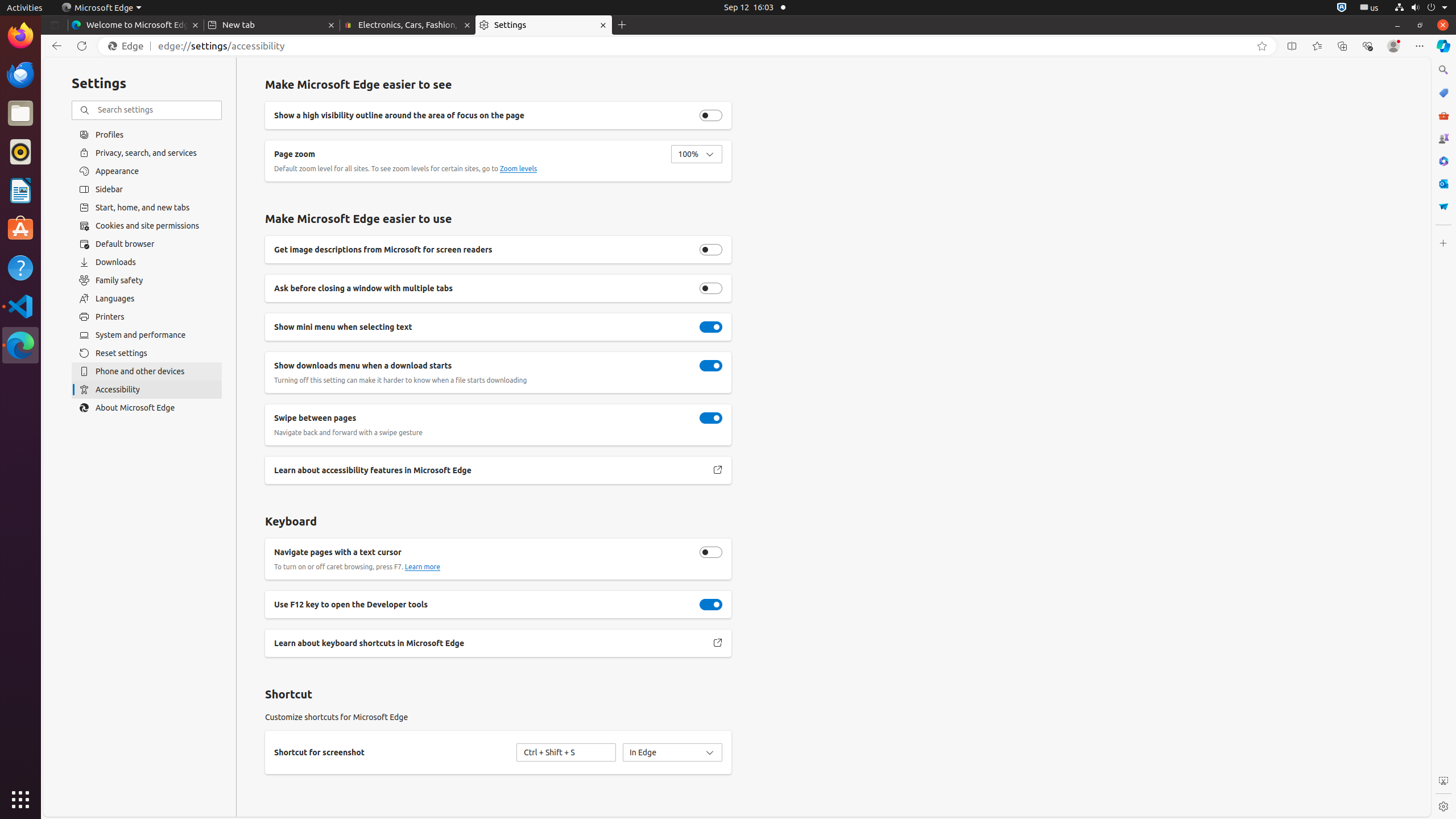  What do you see at coordinates (146, 334) in the screenshot?
I see `'System and performance'` at bounding box center [146, 334].